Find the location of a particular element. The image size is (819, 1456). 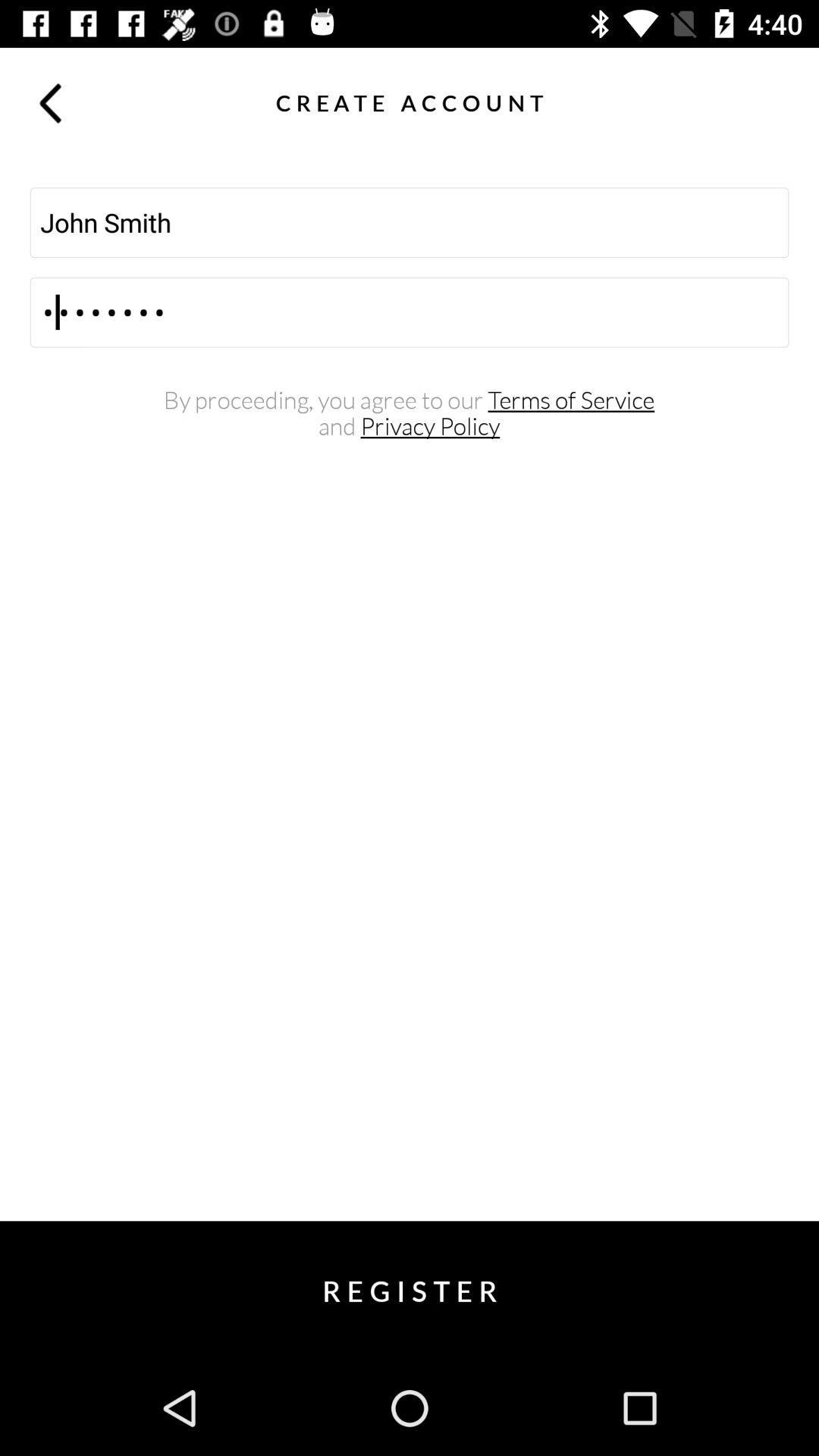

the icon at the top left corner is located at coordinates (49, 102).